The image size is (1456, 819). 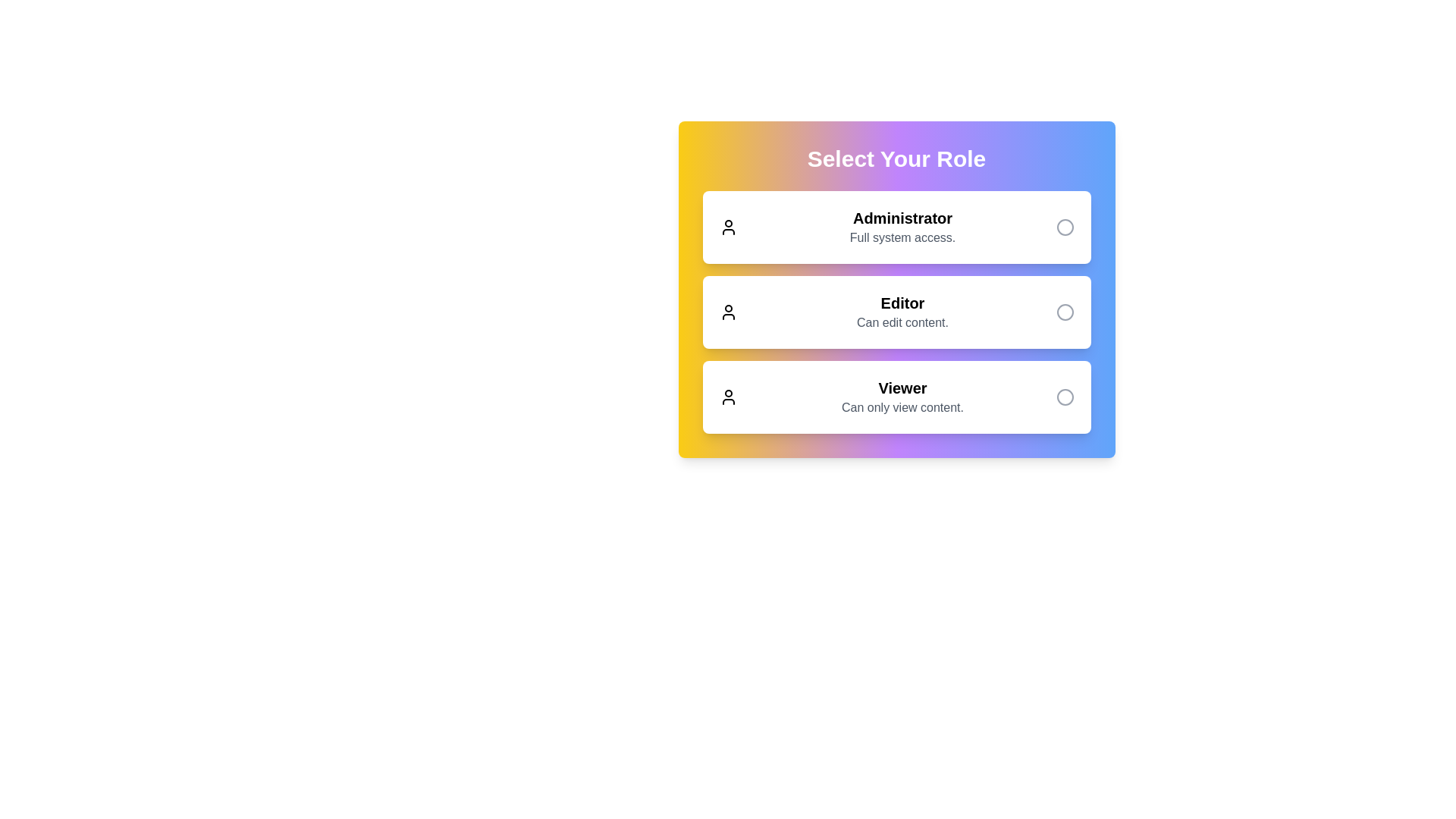 What do you see at coordinates (1064, 397) in the screenshot?
I see `the circular radio button for the Viewer role option, which is located on the far right side of the role selection interface` at bounding box center [1064, 397].